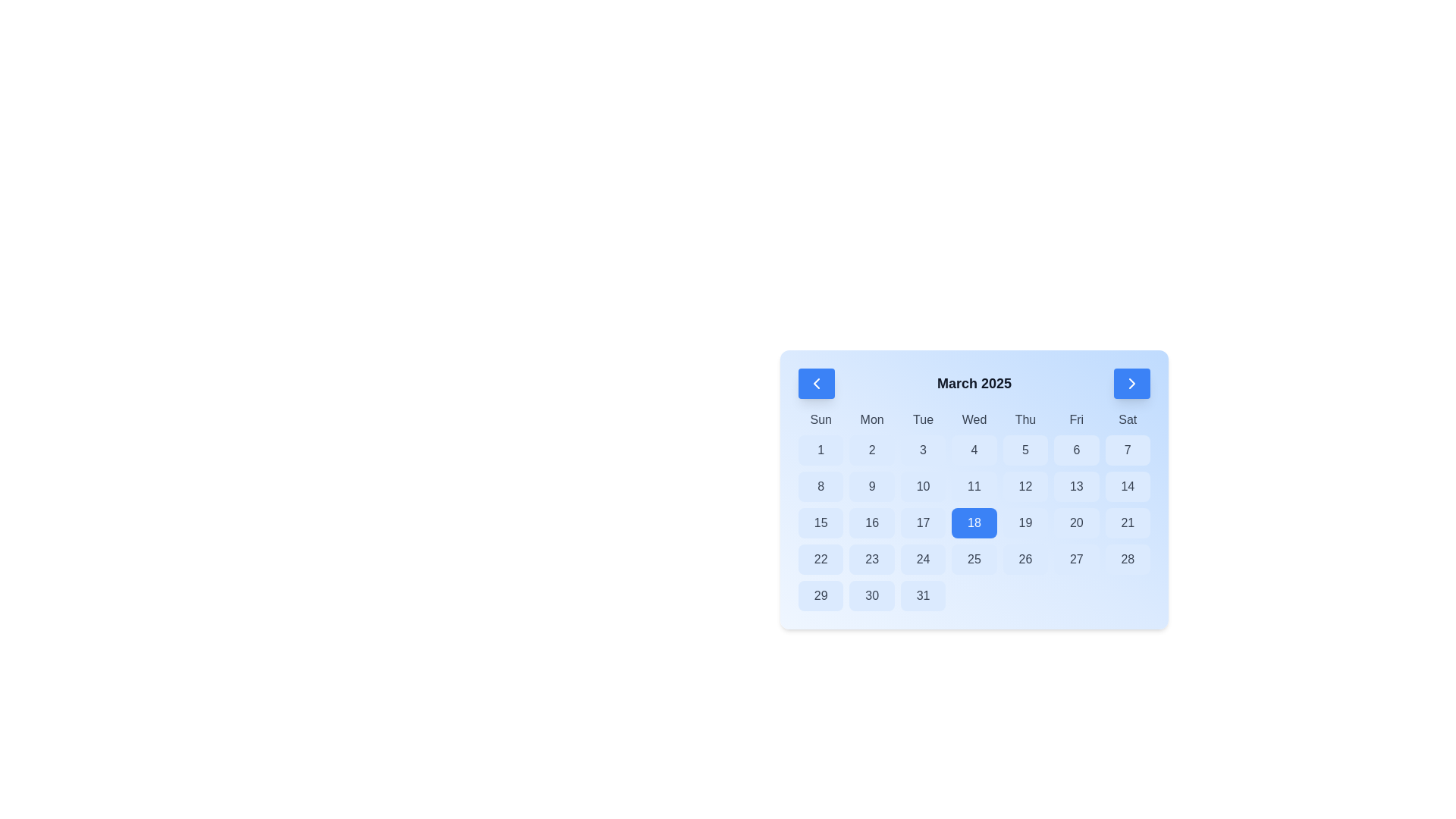 Image resolution: width=1456 pixels, height=819 pixels. I want to click on the interactive button that selects the 27th day of the month, located in the last row and sixth column of the calendar interface, so click(1075, 559).